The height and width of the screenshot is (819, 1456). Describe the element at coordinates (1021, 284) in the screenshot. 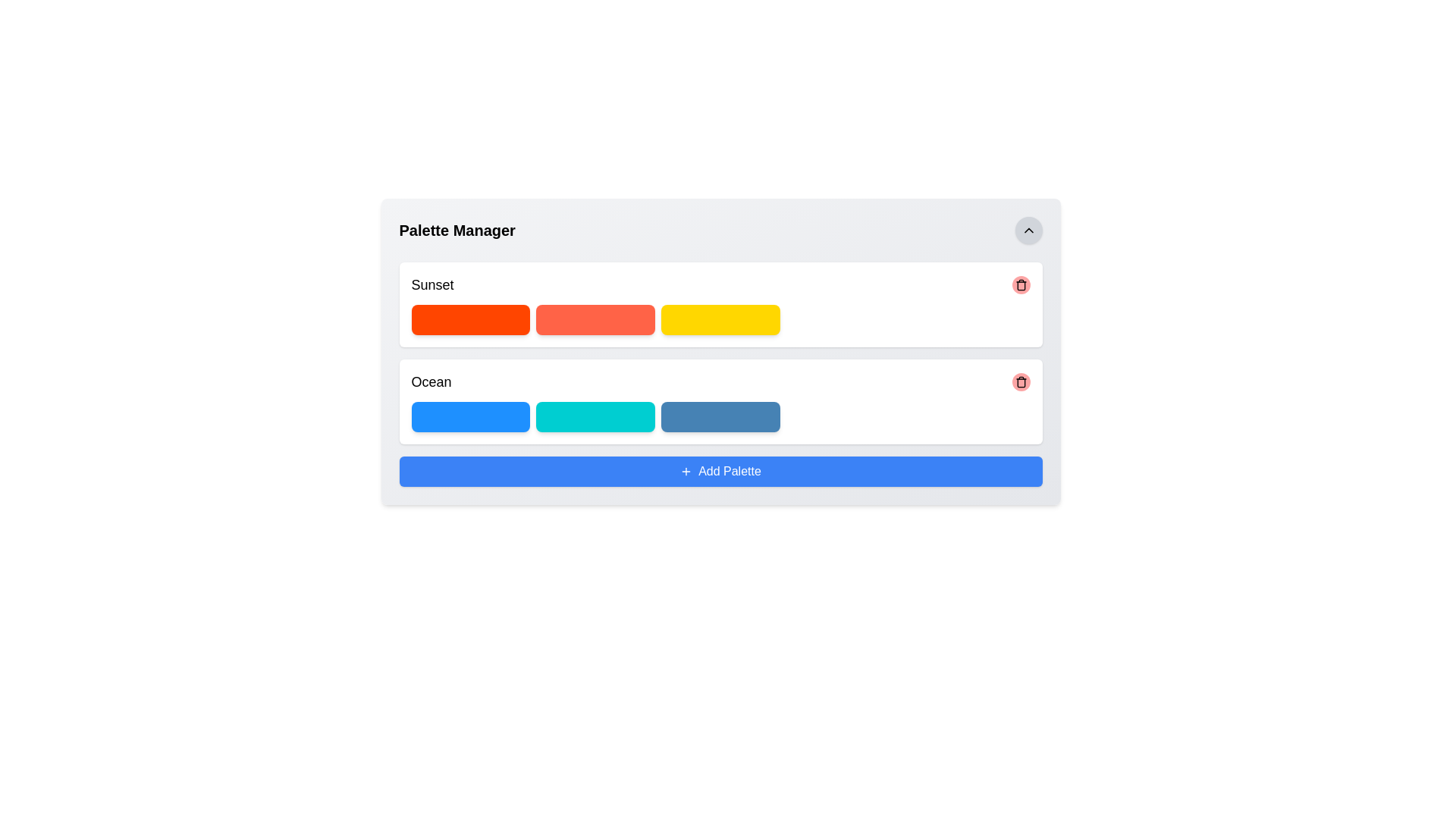

I see `the delete button located on the right side of the 'Sunset' row` at that location.